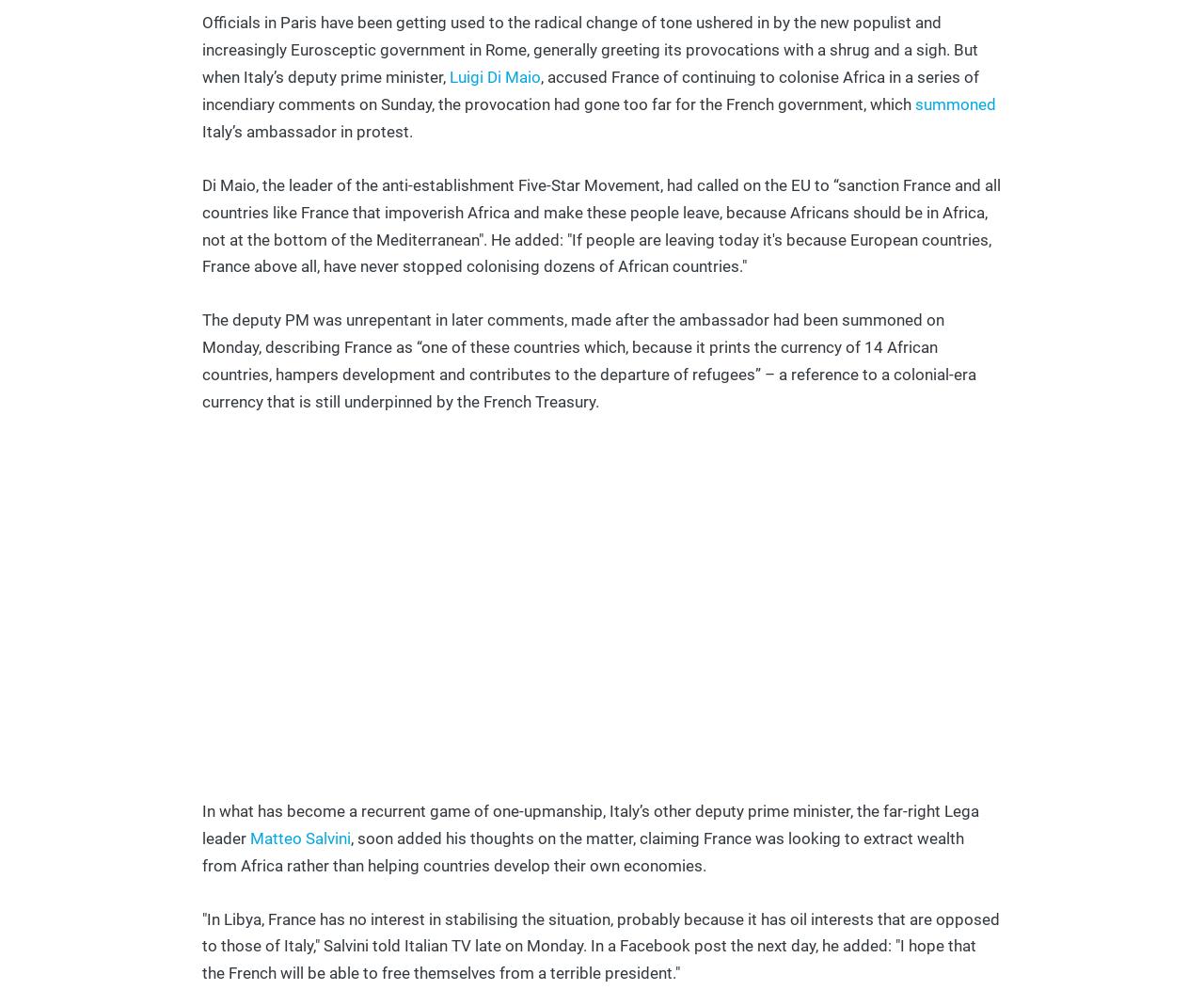  What do you see at coordinates (588, 360) in the screenshot?
I see `'The deputy PM was unrepentant in later comments, made after the ambassador had been summoned on Monday, describing France as “one of these countries which, because it prints the currency of 14 African countries, hampers development and contributes to the departure of refugees” – a reference to a colonial-era currency that is still underpinned by the French Treasury.'` at bounding box center [588, 360].